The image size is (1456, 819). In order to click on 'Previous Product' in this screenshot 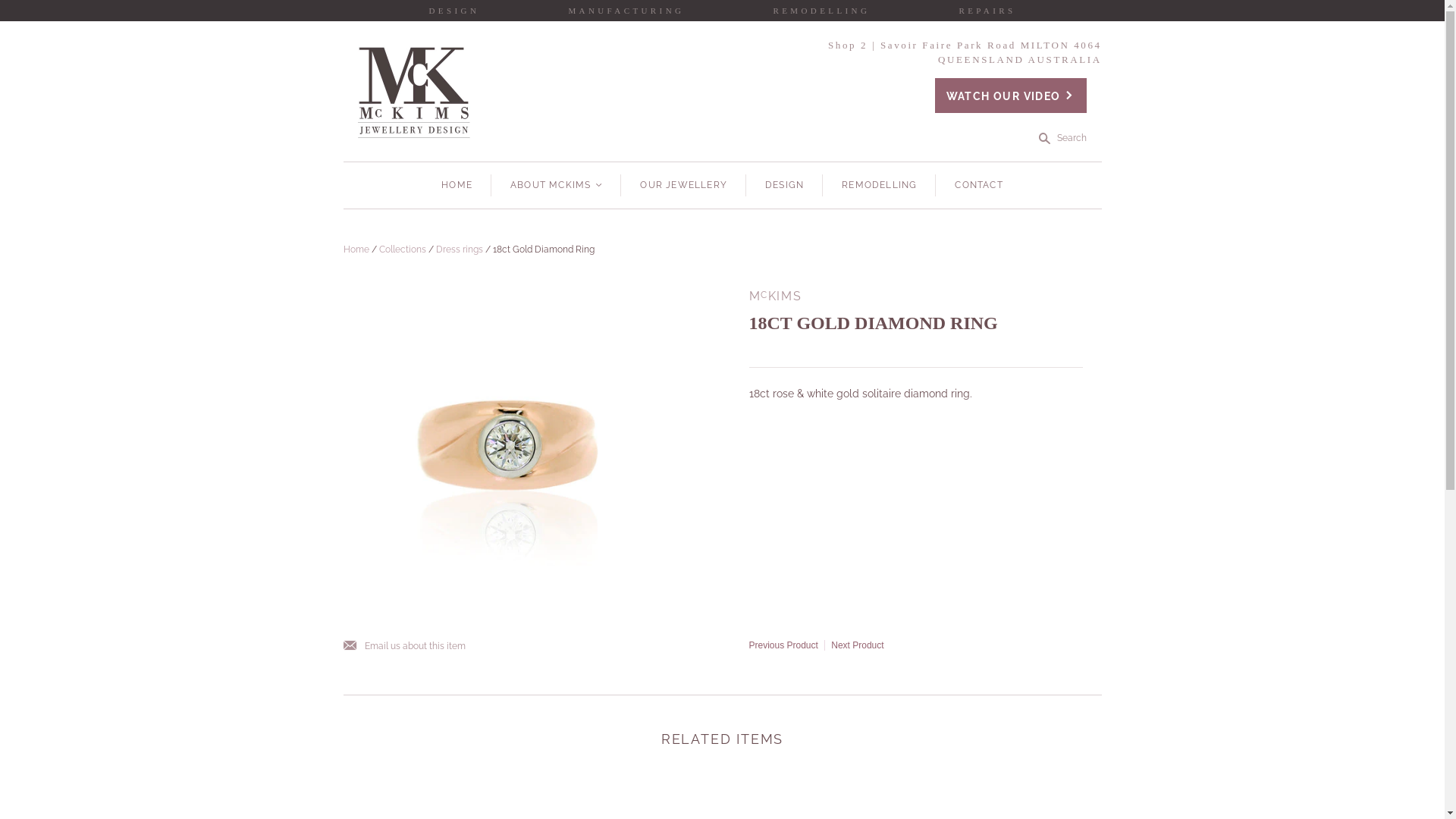, I will do `click(783, 645)`.